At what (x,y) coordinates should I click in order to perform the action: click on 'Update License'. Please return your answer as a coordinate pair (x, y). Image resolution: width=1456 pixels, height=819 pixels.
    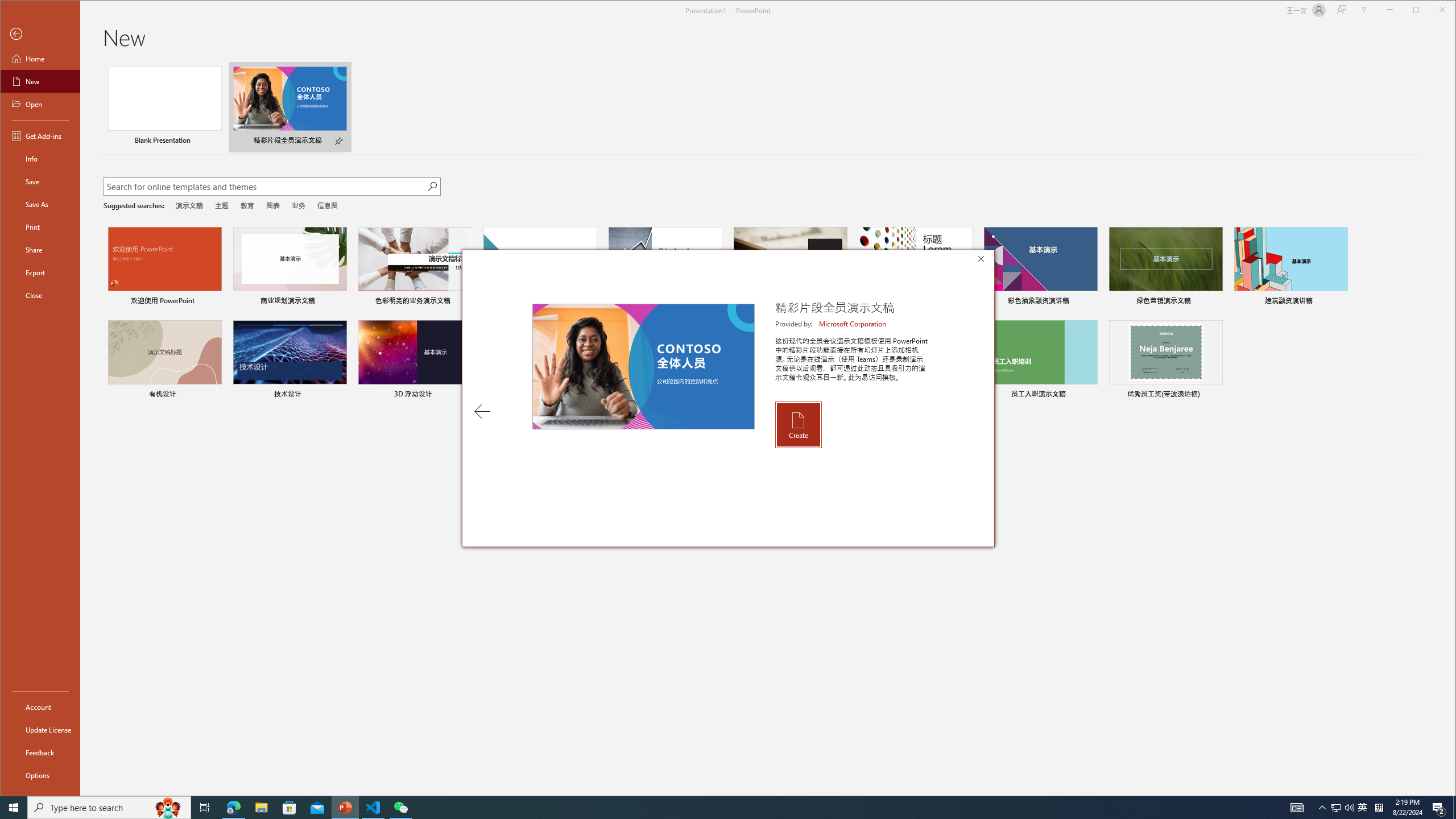
    Looking at the image, I should click on (39, 729).